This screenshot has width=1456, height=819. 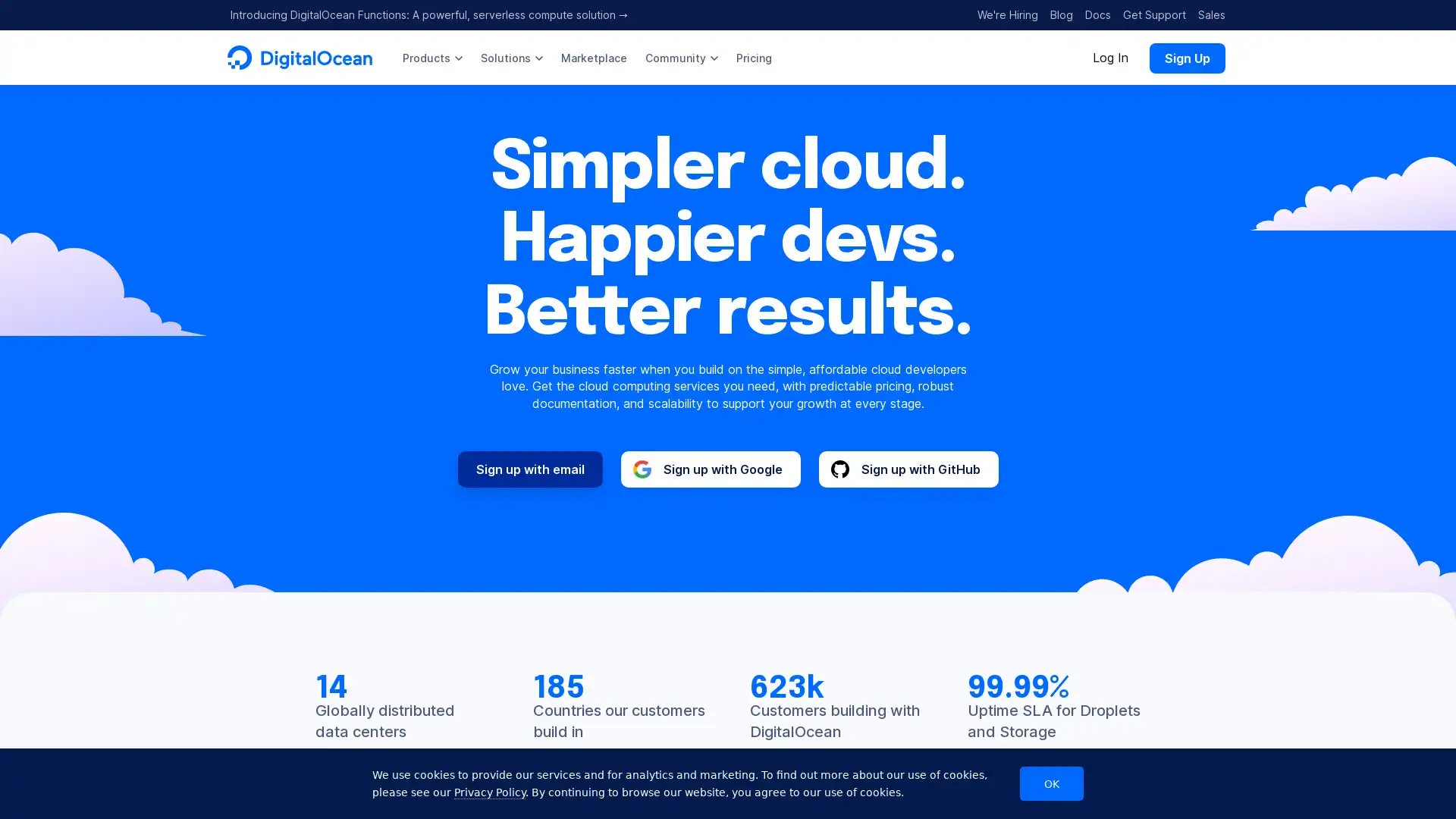 I want to click on Products, so click(x=431, y=57).